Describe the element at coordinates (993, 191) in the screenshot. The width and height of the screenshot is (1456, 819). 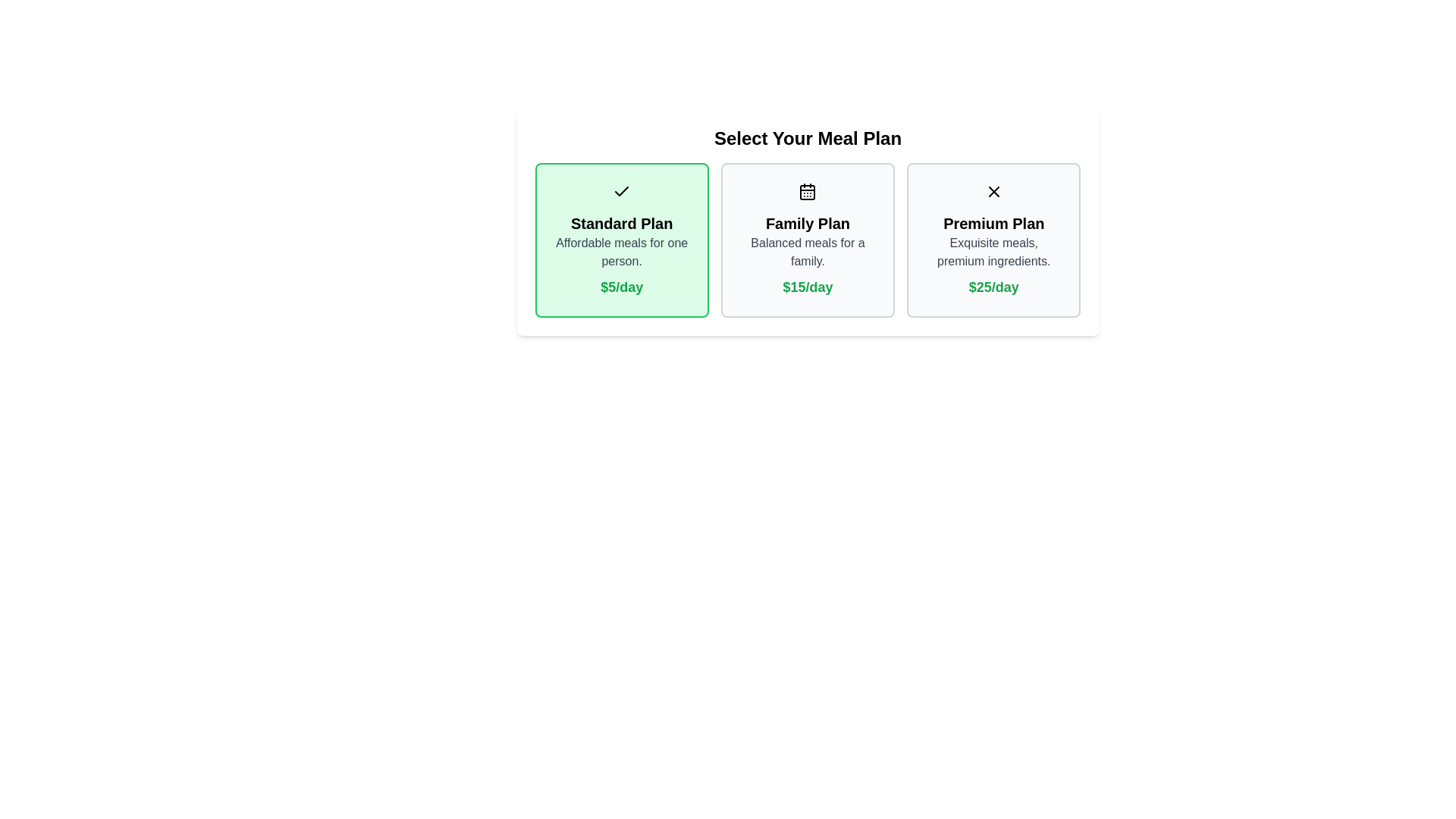
I see `the Icon or Decorative Glyph located at the top-right side of the 'Premium Plan' card, which serves as a visual marker to indicate its status` at that location.